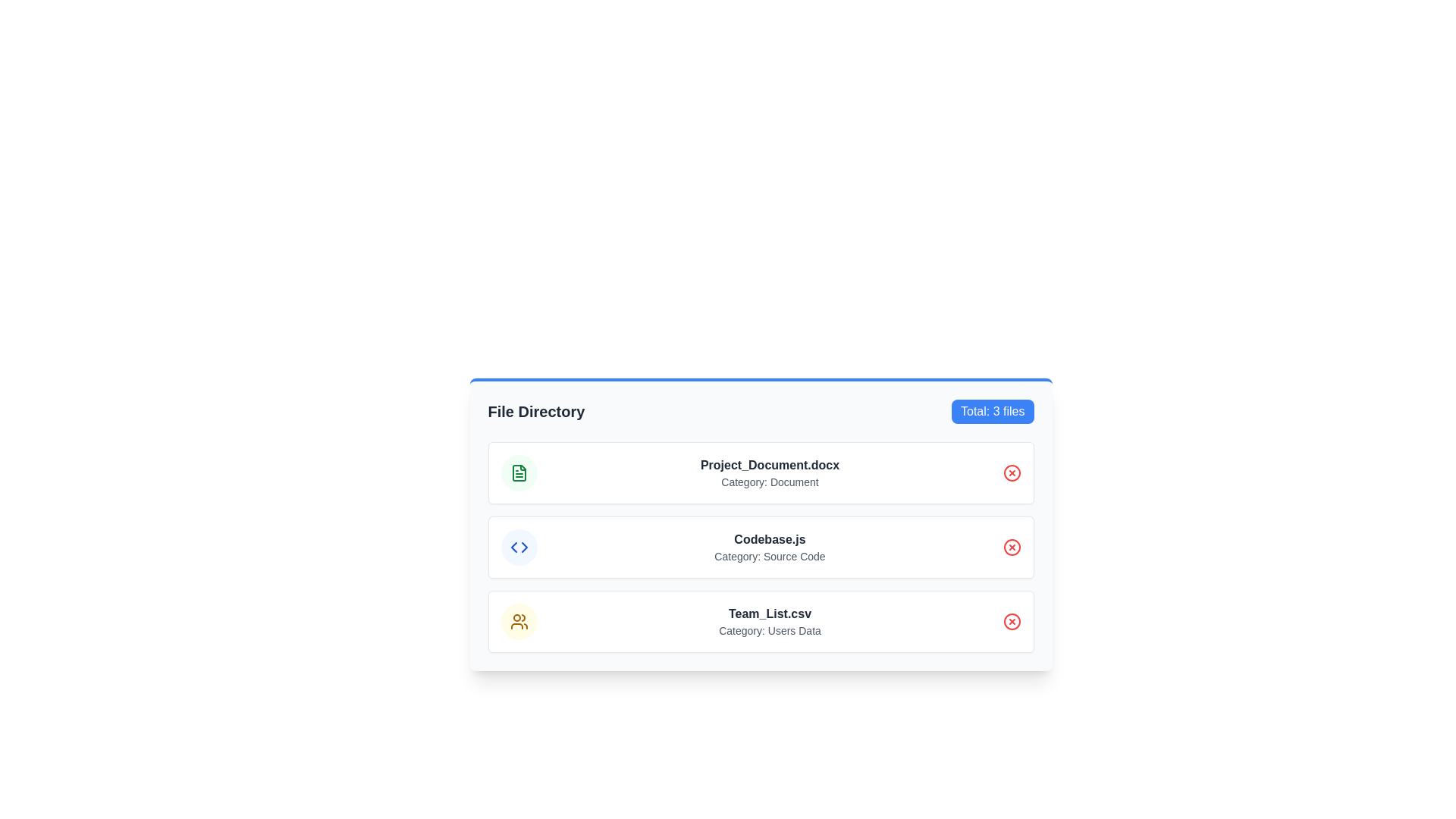 This screenshot has width=1456, height=819. Describe the element at coordinates (993, 412) in the screenshot. I see `the blue button displaying 'Total: 3 files', which is located on the right side of the 'File Directory' text and serves as a header for the file list` at that location.